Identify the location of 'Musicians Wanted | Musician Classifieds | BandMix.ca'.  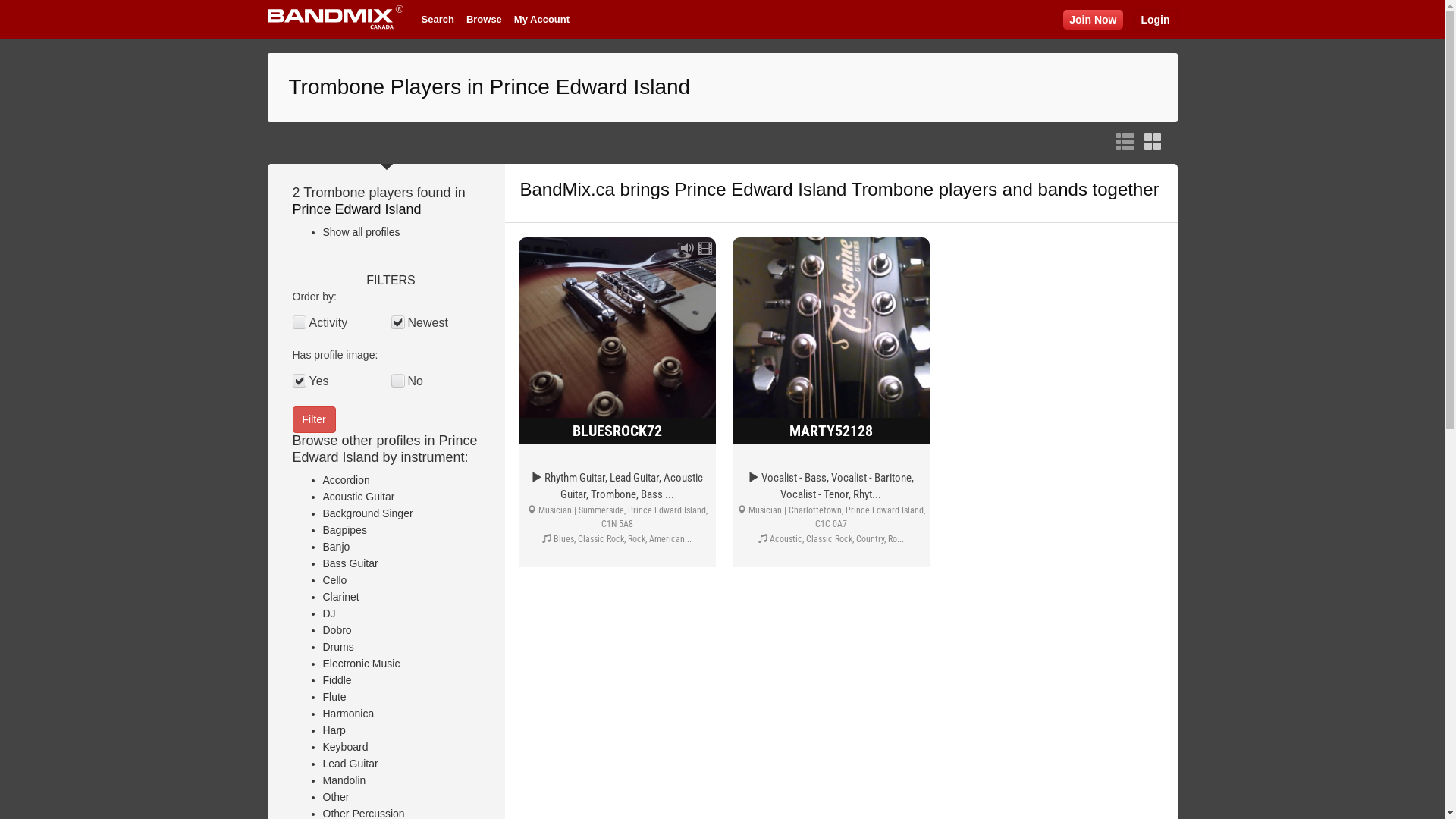
(334, 20).